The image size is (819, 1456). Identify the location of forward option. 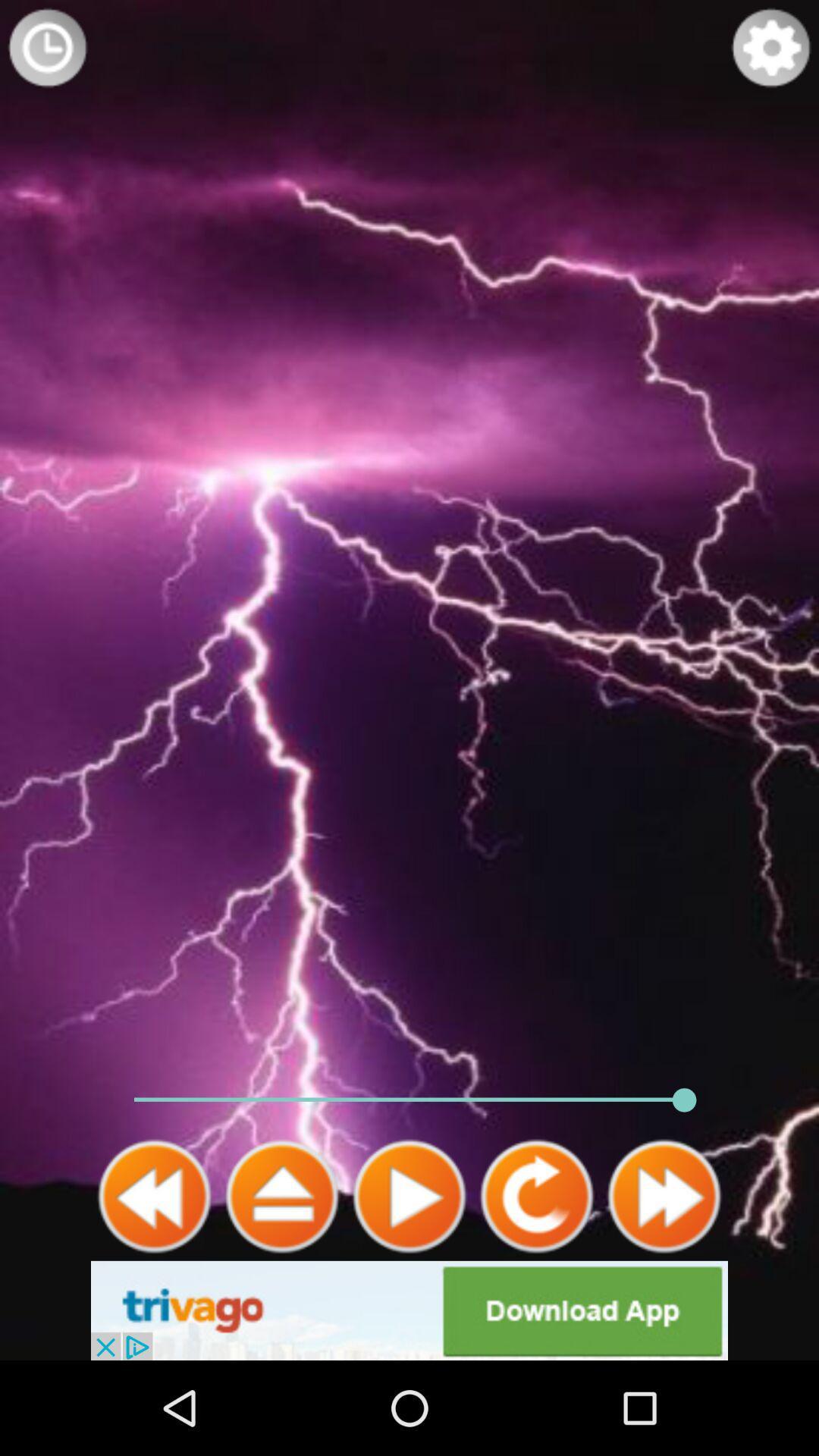
(663, 1196).